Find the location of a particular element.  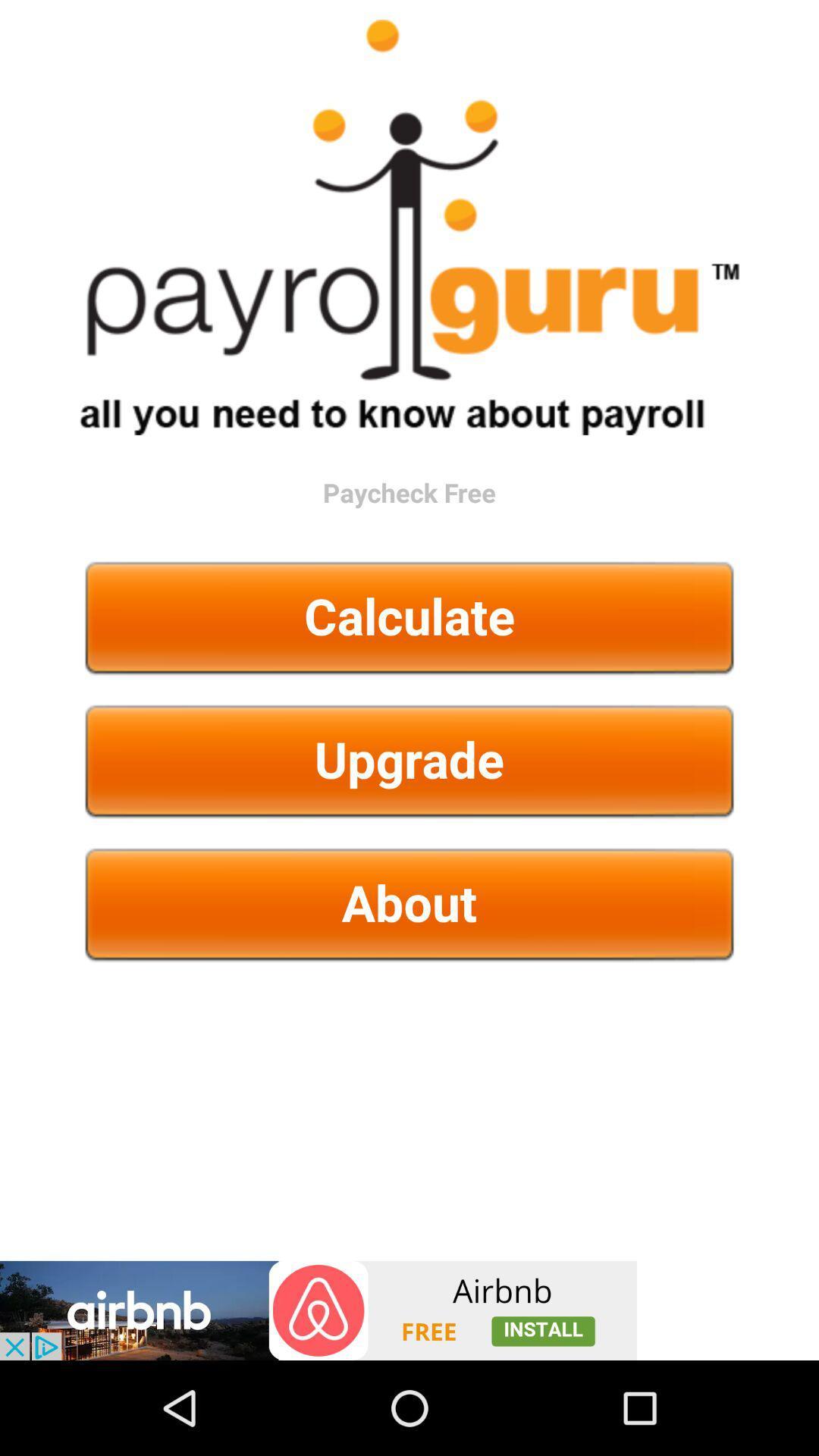

click advertisement is located at coordinates (318, 1310).